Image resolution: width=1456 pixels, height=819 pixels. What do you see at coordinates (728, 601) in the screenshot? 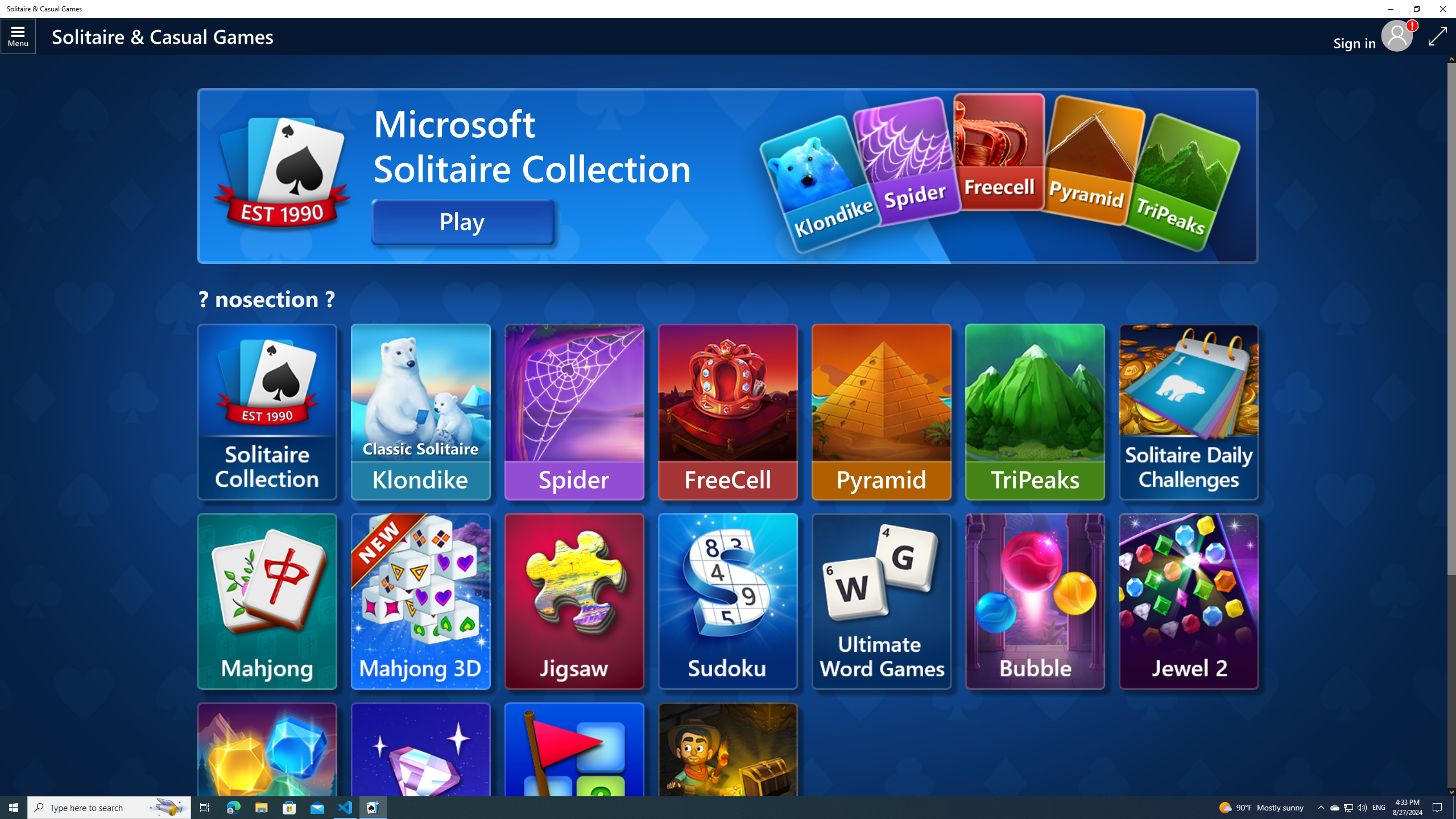
I see `'Microsoft Sudoku'` at bounding box center [728, 601].